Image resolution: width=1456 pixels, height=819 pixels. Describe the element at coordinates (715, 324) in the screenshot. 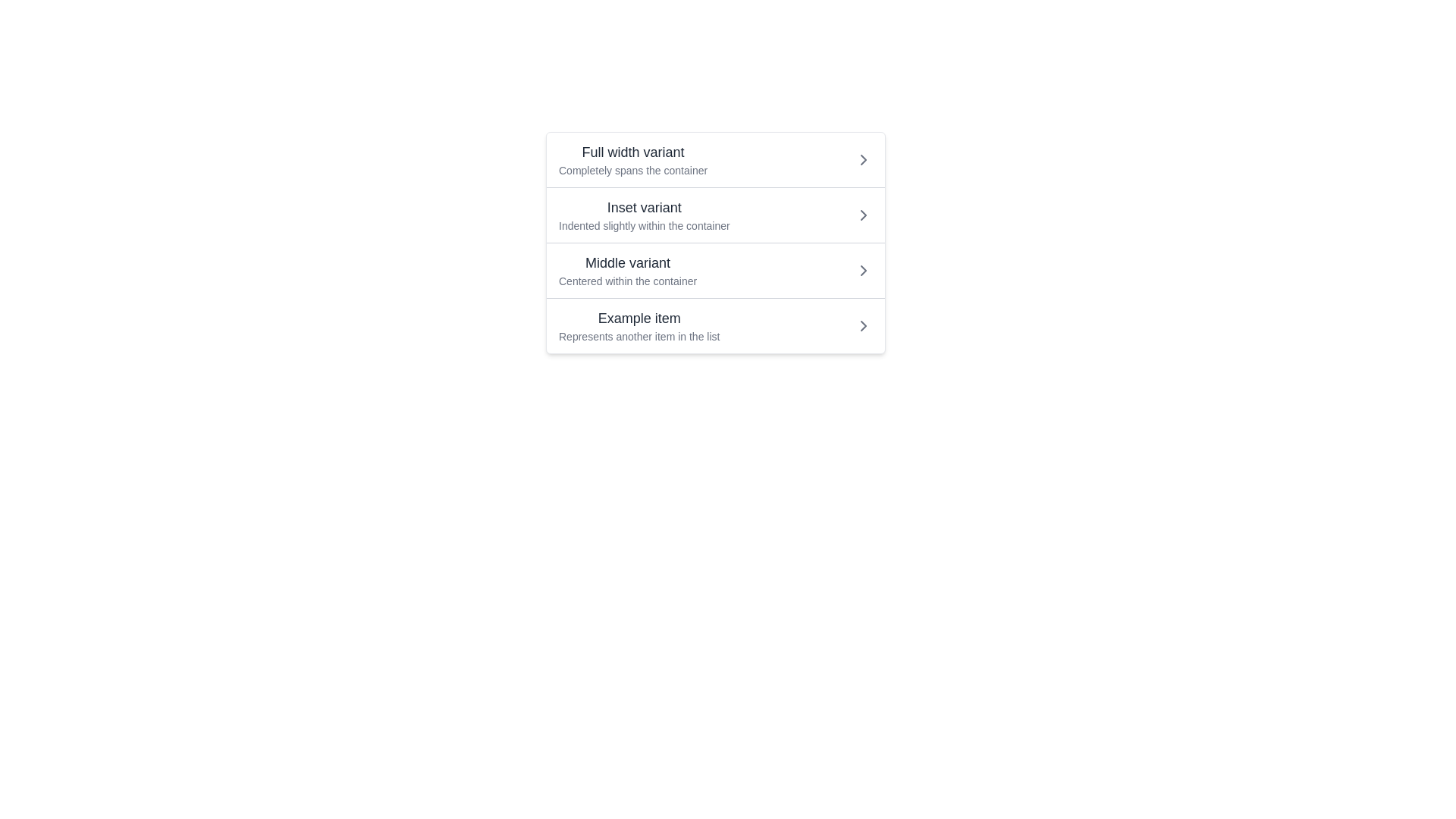

I see `the fourth item in the vertically stacked list that has the title 'Example item' and a subtitle 'Represents another item in the list'` at that location.